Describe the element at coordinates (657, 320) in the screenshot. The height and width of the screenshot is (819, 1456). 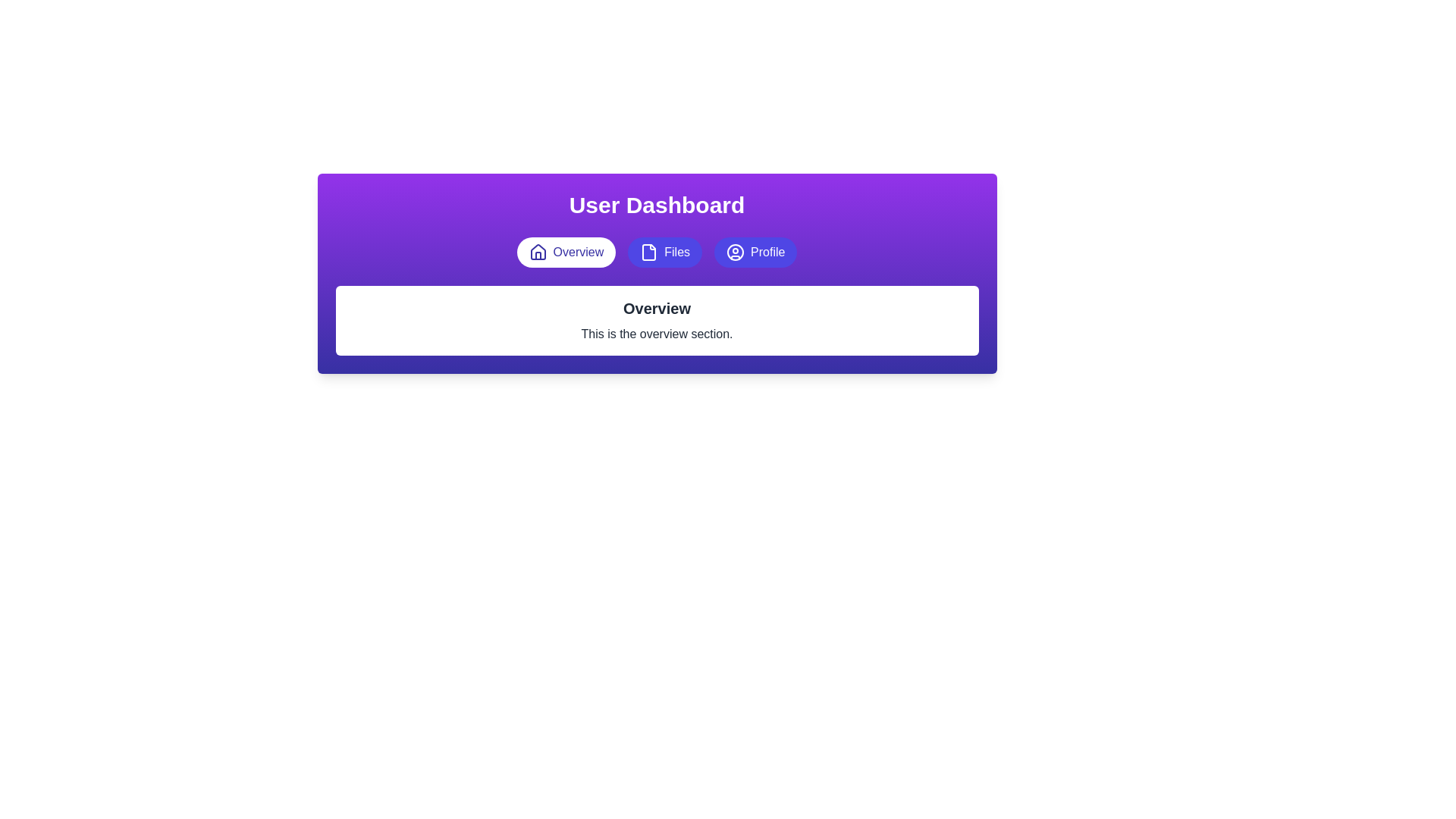
I see `information displayed in the 'Overview' text display section, which contains the title 'Overview' and the description 'This is the overview section.'` at that location.